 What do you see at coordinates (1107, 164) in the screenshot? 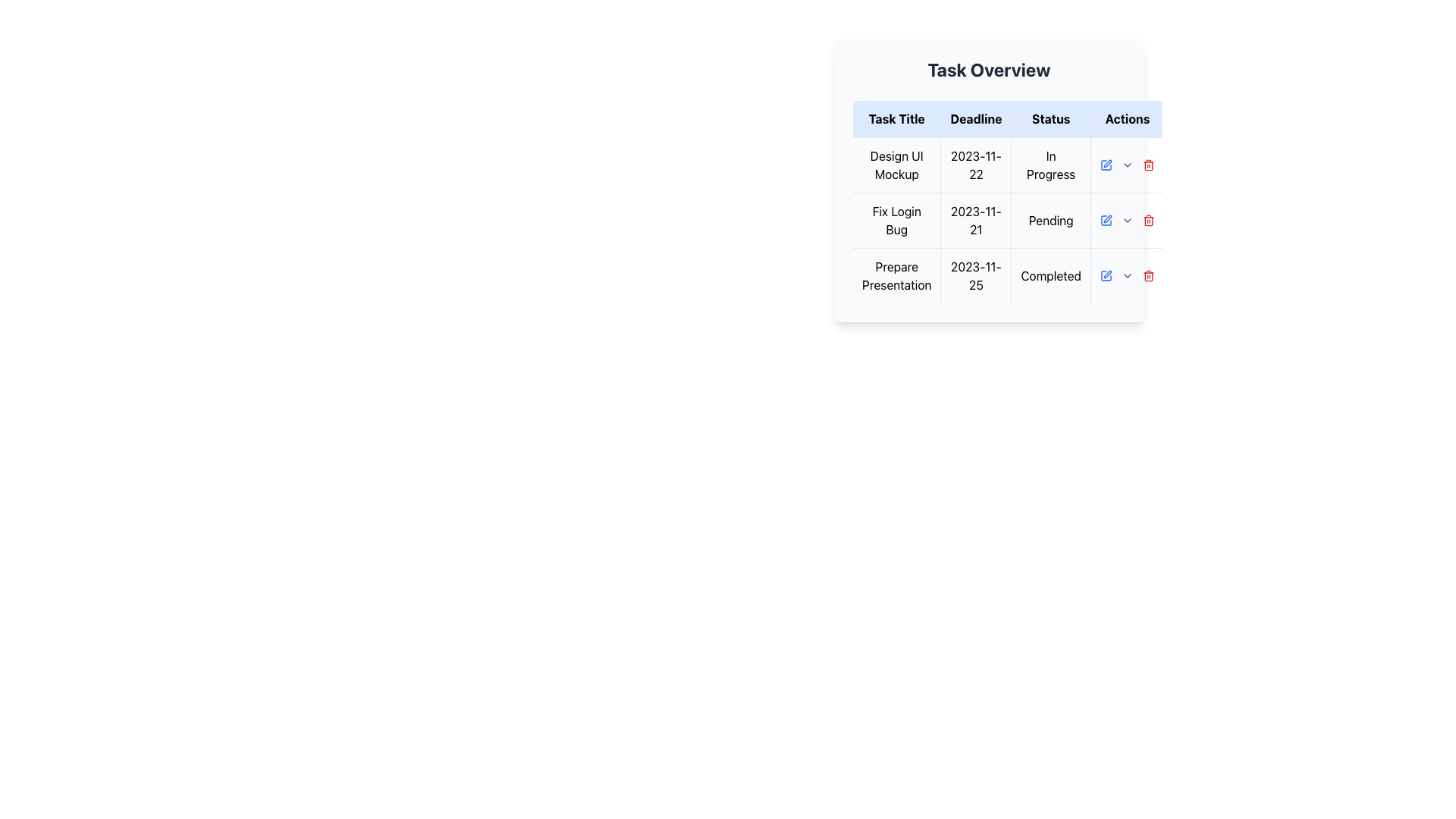
I see `the pen icon in the 'Actions' column of the second row for the task 'Fix Login Bug'` at bounding box center [1107, 164].